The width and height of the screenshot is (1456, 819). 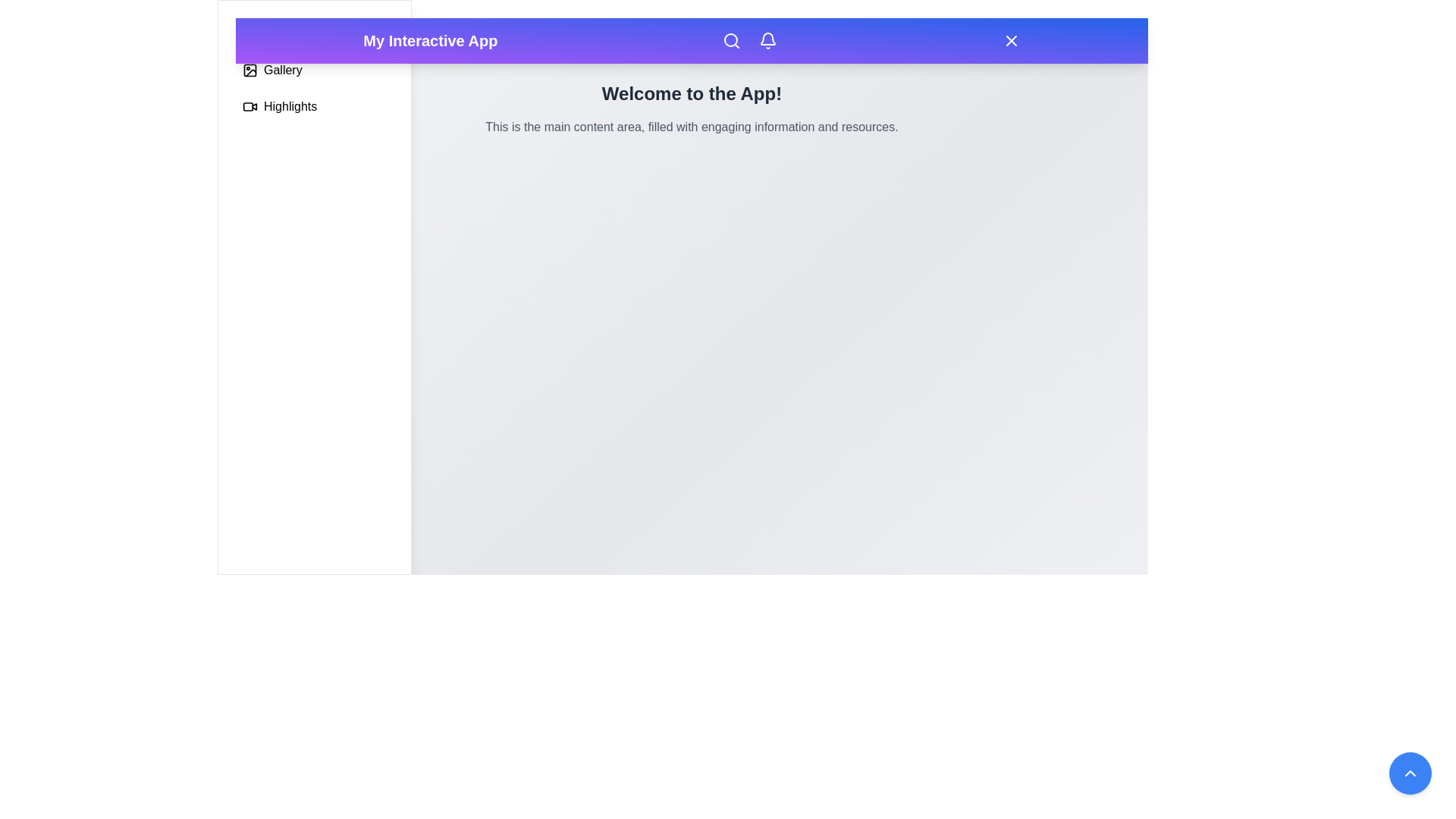 I want to click on the circular portion of the magnifying glass icon located in the top navigation bar, positioned between the logo and other icons, so click(x=731, y=39).